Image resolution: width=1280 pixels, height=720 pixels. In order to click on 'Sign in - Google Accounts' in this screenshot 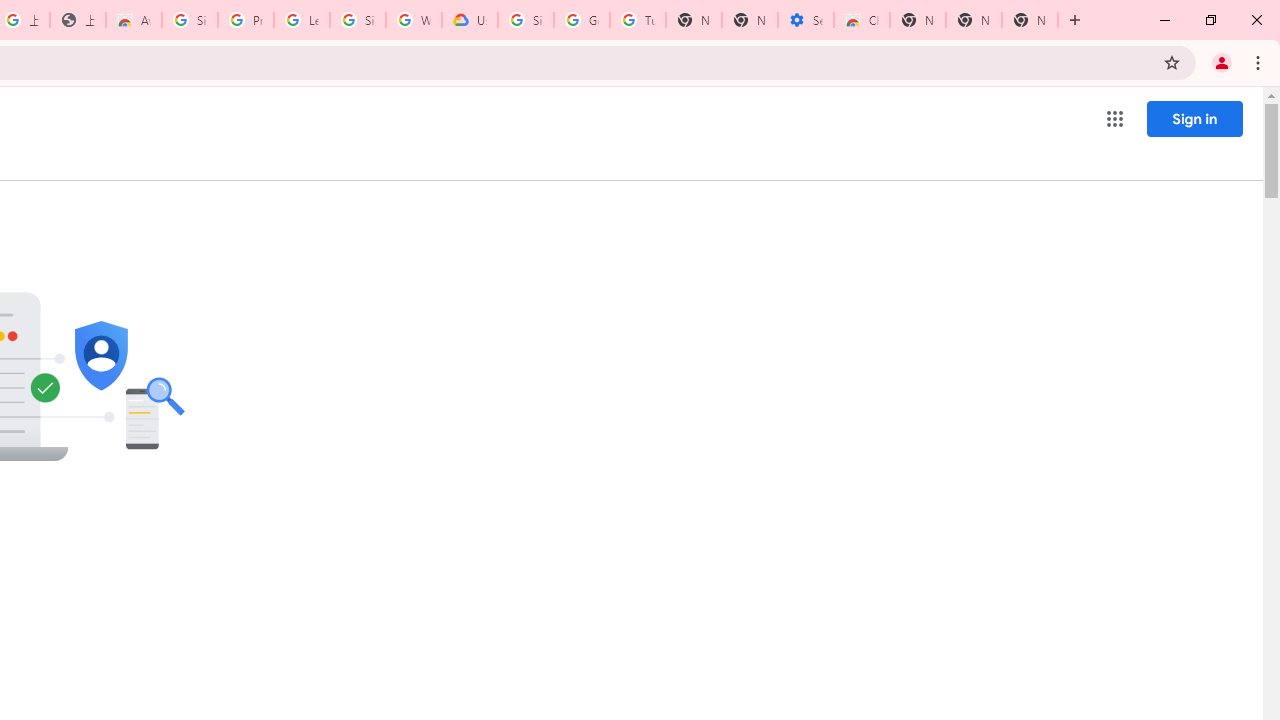, I will do `click(526, 20)`.